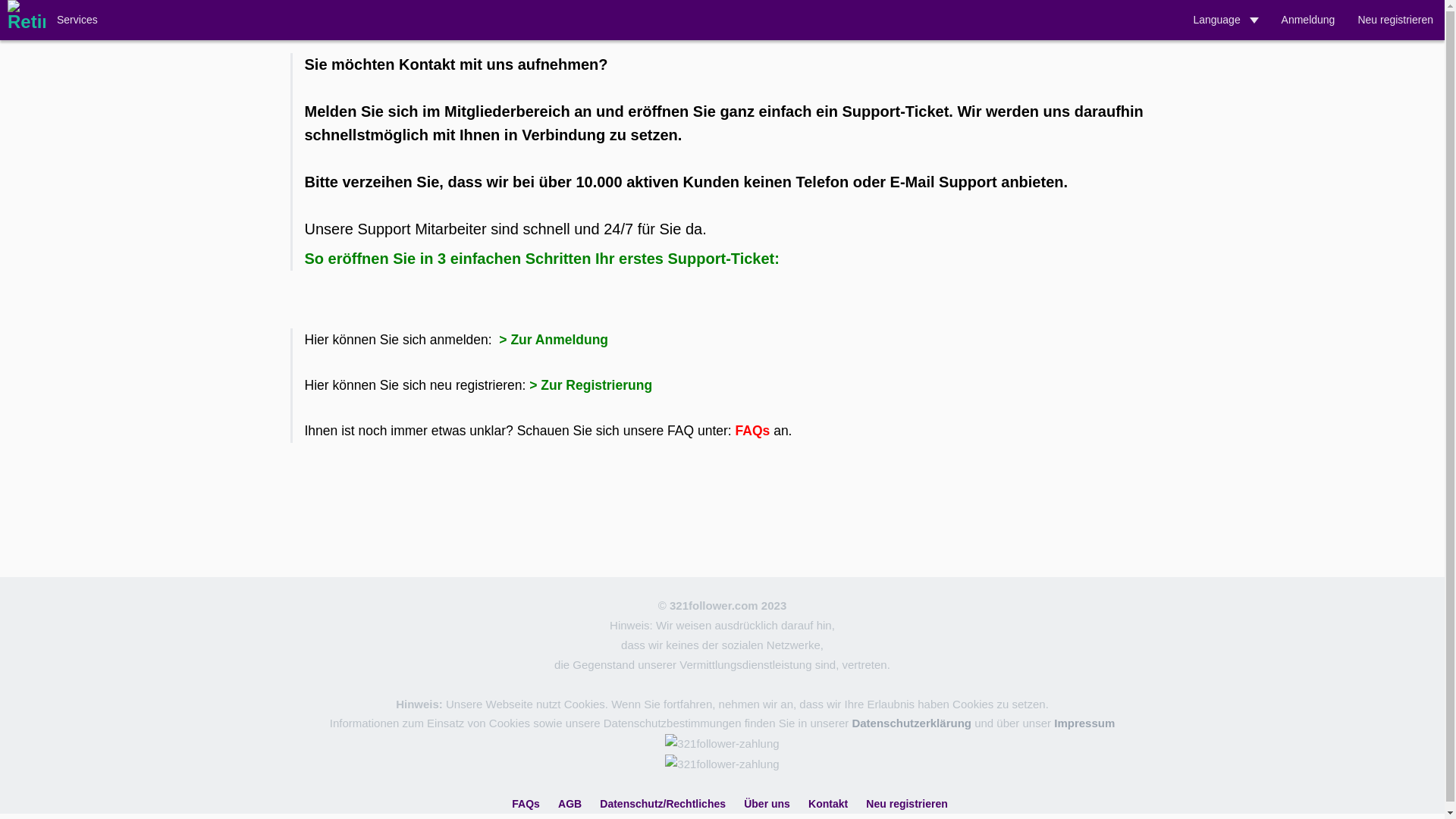 Image resolution: width=1456 pixels, height=819 pixels. What do you see at coordinates (512, 803) in the screenshot?
I see `'FAQs'` at bounding box center [512, 803].